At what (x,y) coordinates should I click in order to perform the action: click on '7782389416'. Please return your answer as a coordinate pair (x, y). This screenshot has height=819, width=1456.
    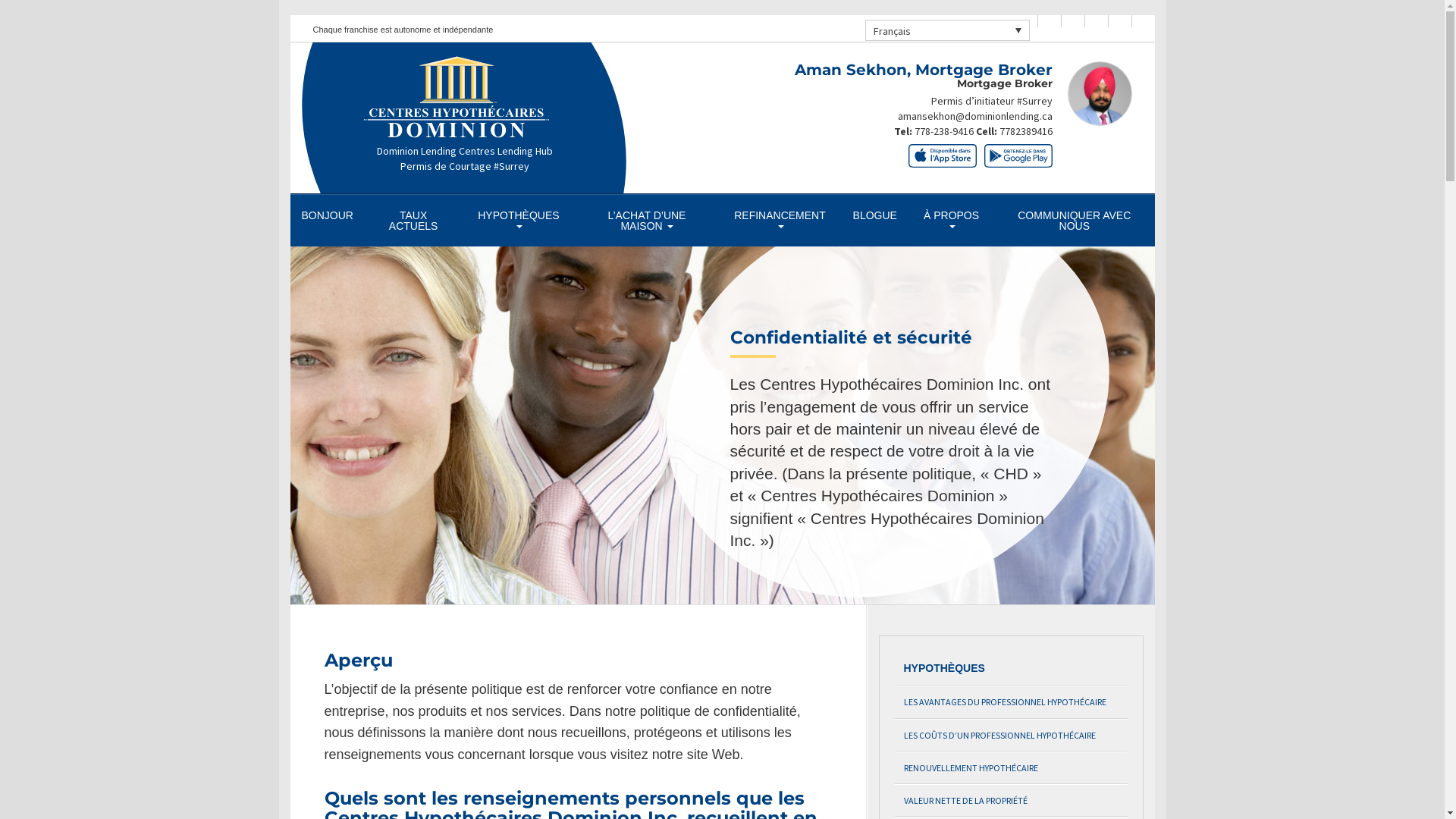
    Looking at the image, I should click on (999, 130).